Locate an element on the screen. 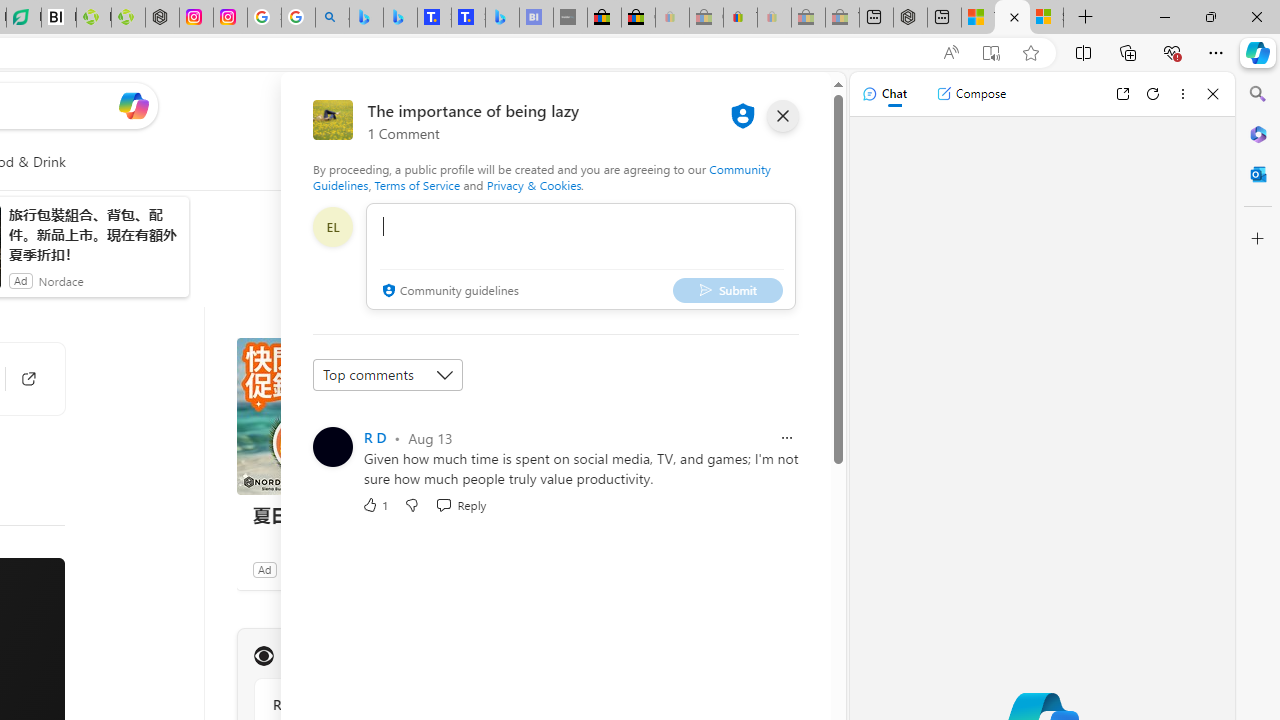  'Microsoft Bing Travel - Shangri-La Hotel Bangkok' is located at coordinates (502, 17).